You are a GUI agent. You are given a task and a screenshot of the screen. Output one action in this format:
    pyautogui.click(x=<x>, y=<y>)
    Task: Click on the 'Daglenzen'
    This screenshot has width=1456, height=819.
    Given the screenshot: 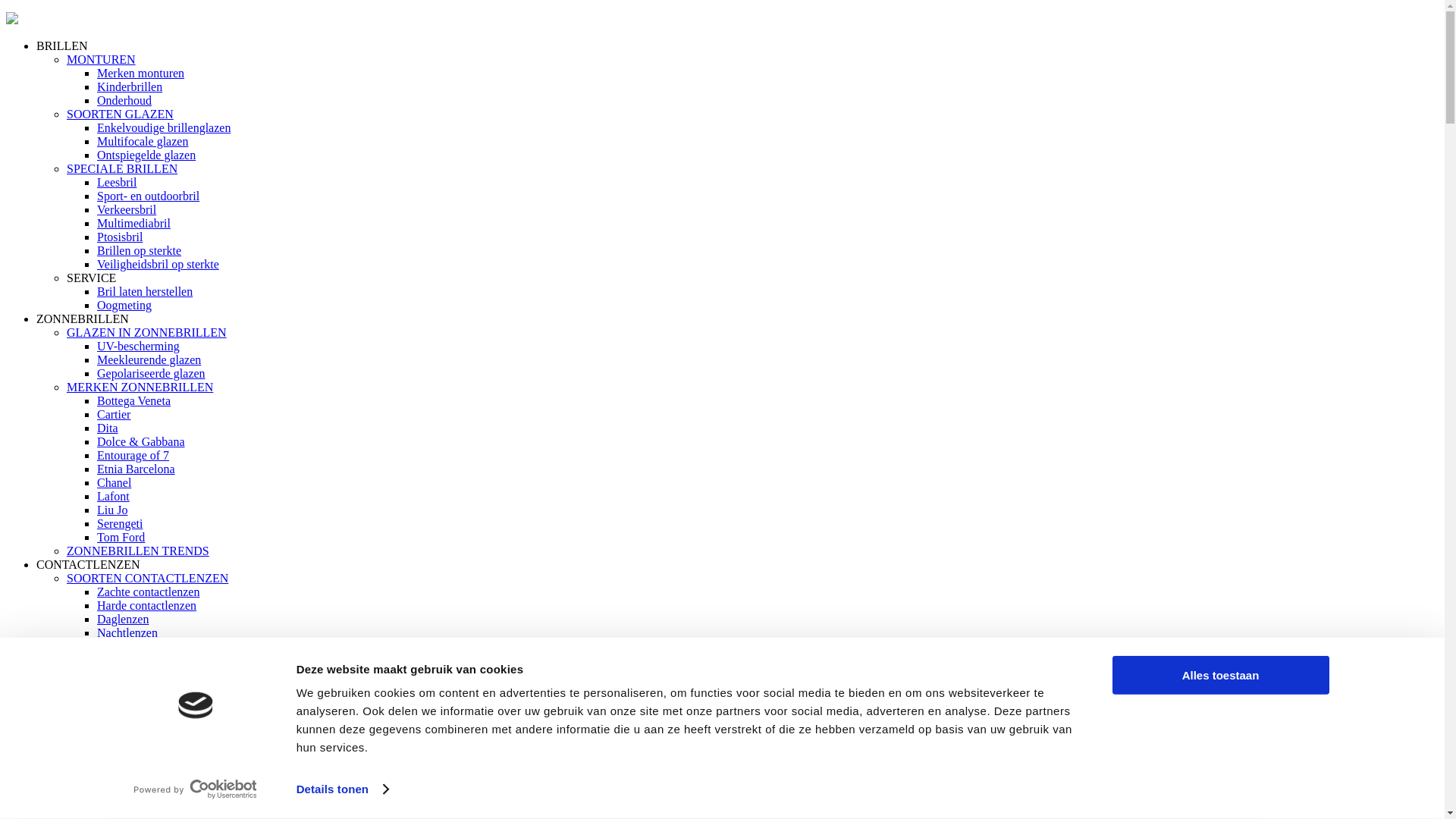 What is the action you would take?
    pyautogui.click(x=96, y=619)
    